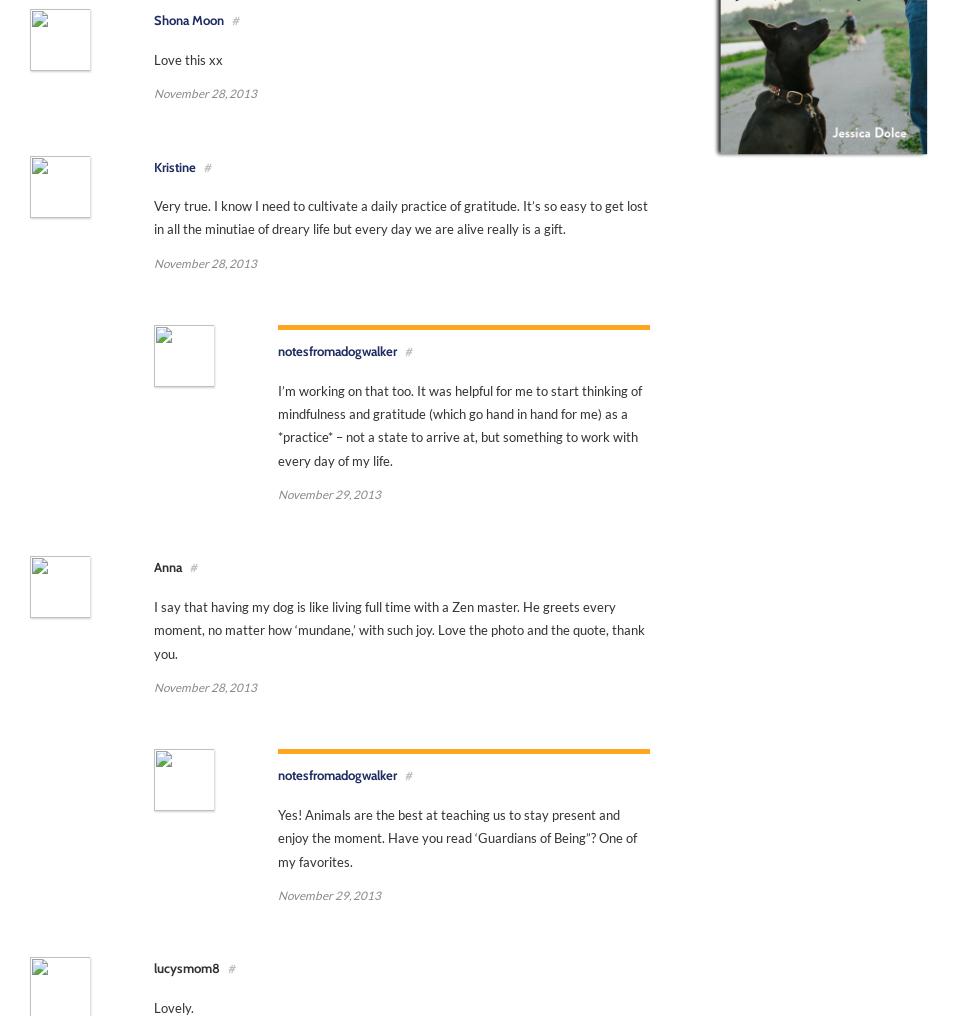  What do you see at coordinates (398, 629) in the screenshot?
I see `'I say that having my dog is like living full time with a Zen master. He greets every moment, no matter how ‘mundane,’ with such joy. Love the photo and the quote, thank you.'` at bounding box center [398, 629].